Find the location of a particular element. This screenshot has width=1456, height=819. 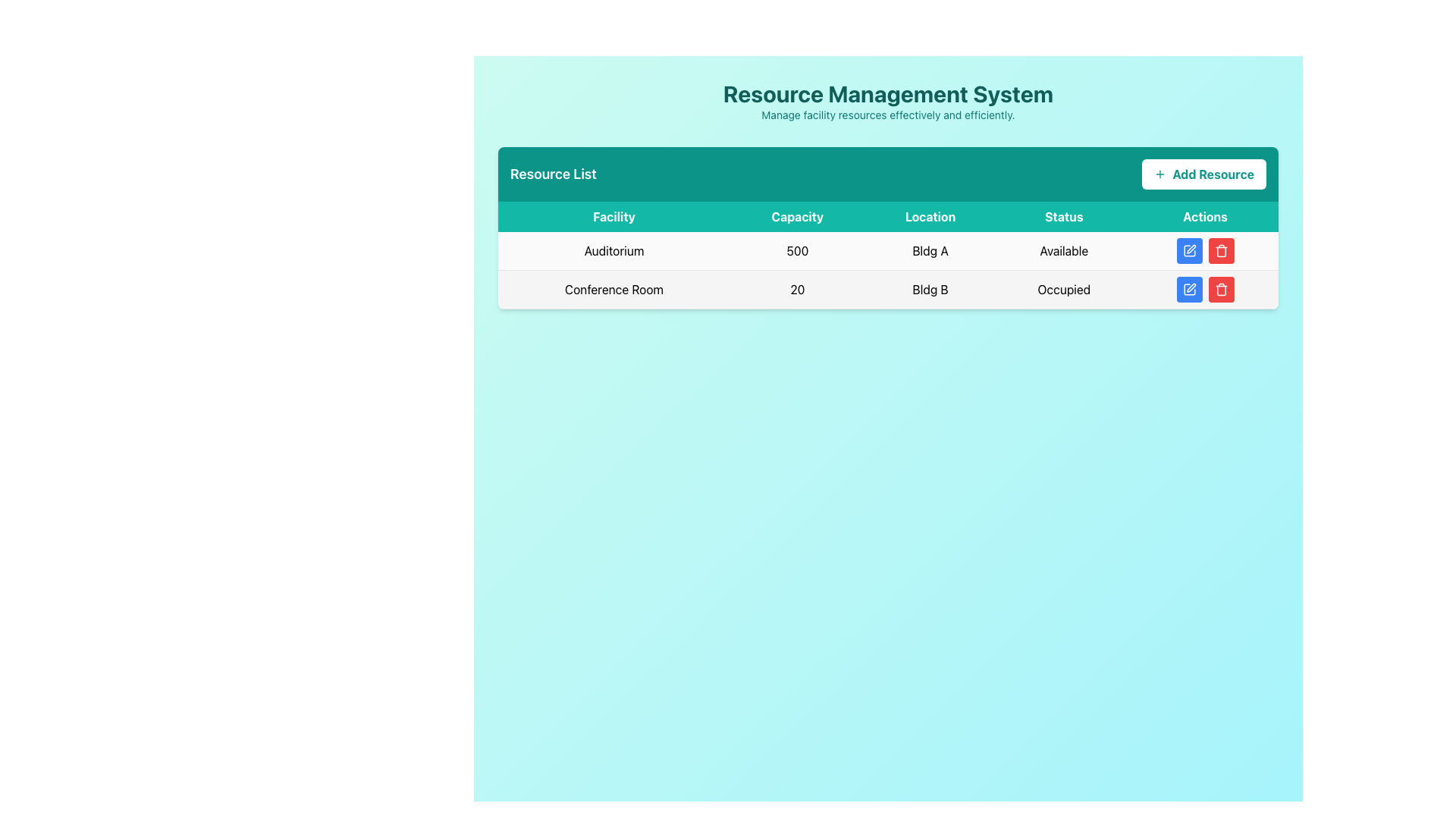

the header text 'Resource Management System' which is a bold, large-sized teal colored text aligned centrally at the top of the interface is located at coordinates (888, 93).